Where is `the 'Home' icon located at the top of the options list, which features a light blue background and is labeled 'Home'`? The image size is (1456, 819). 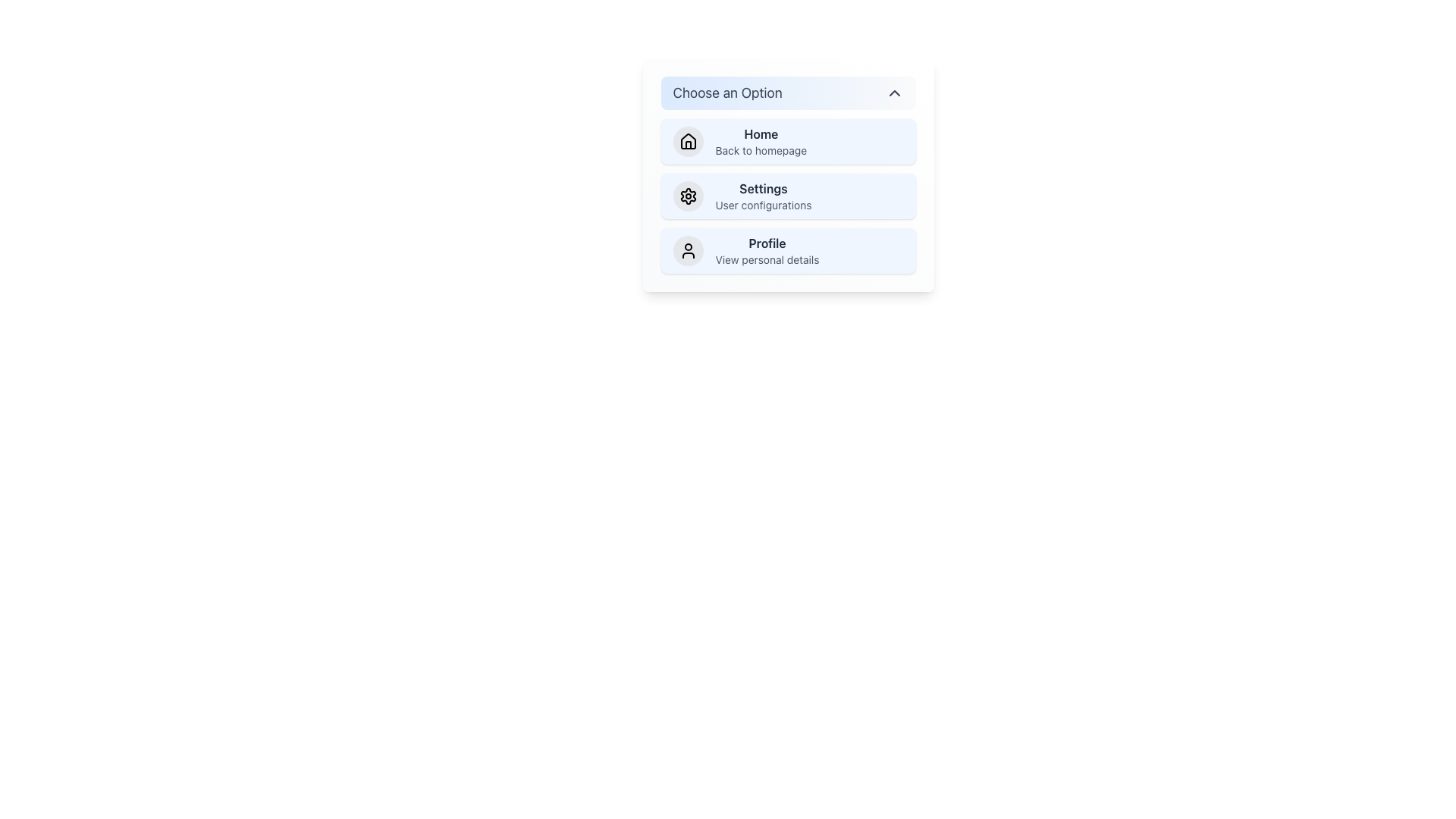
the 'Home' icon located at the top of the options list, which features a light blue background and is labeled 'Home' is located at coordinates (687, 141).